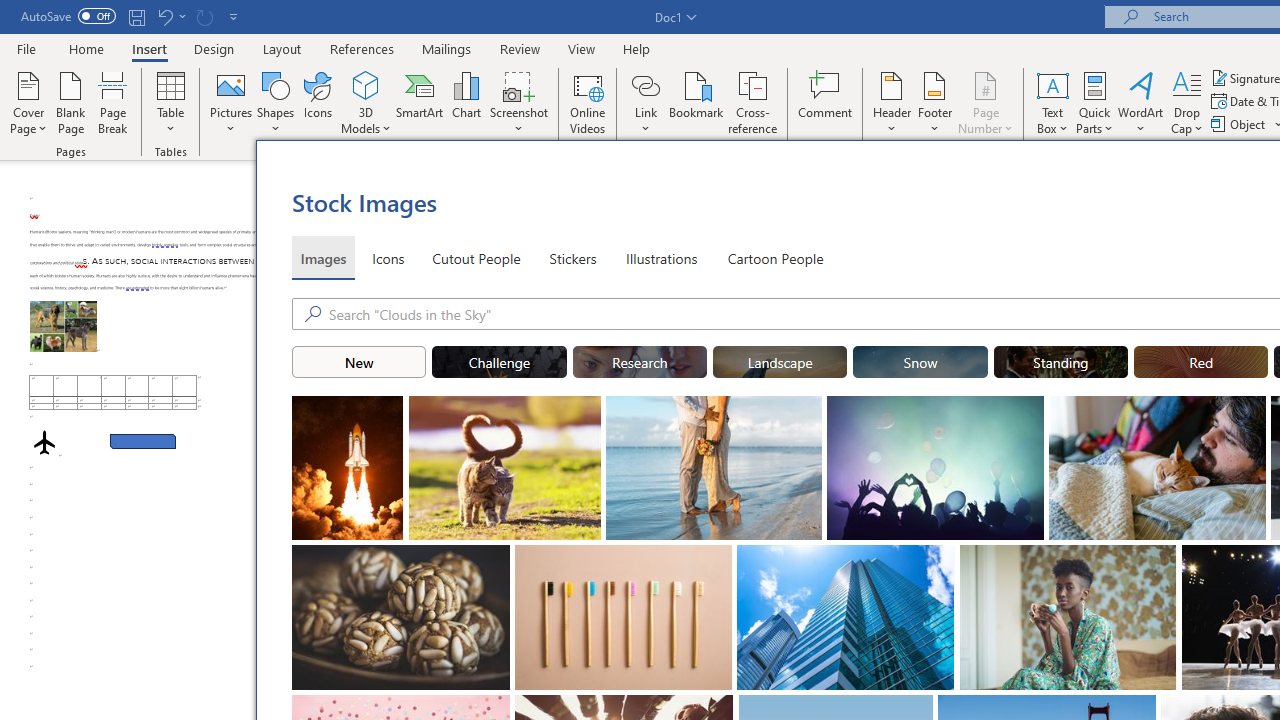 Image resolution: width=1280 pixels, height=720 pixels. I want to click on 'Morphological variation in six dogs', so click(63, 325).